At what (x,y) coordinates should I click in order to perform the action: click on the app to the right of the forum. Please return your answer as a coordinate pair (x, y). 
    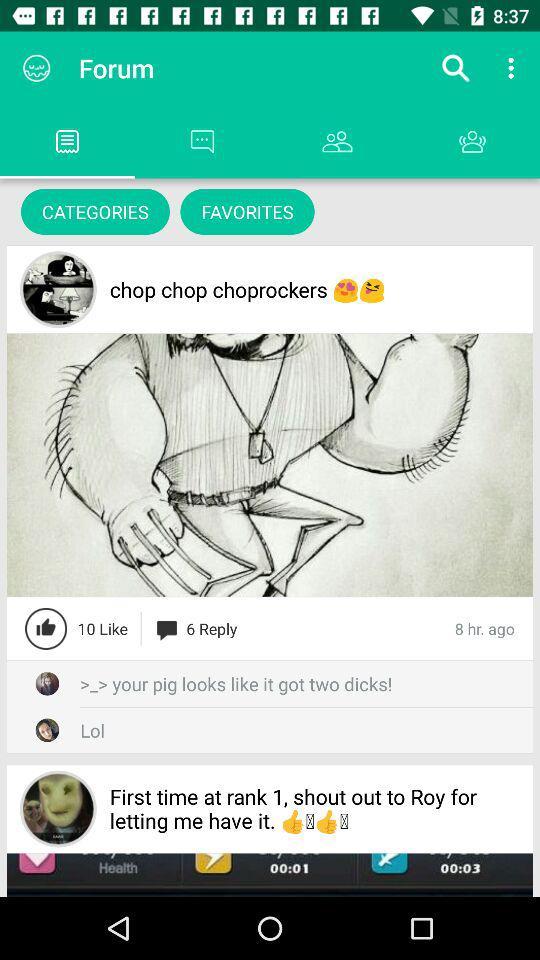
    Looking at the image, I should click on (455, 68).